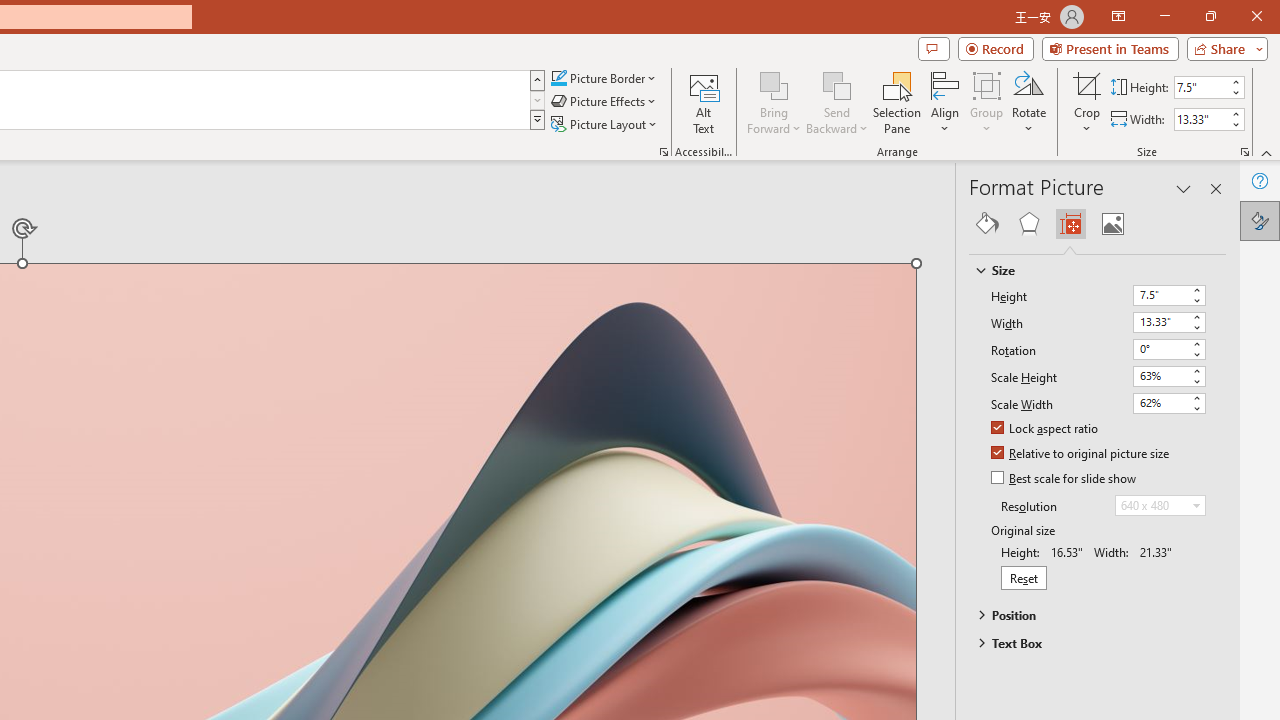  Describe the element at coordinates (1160, 376) in the screenshot. I see `'Scale Height'` at that location.